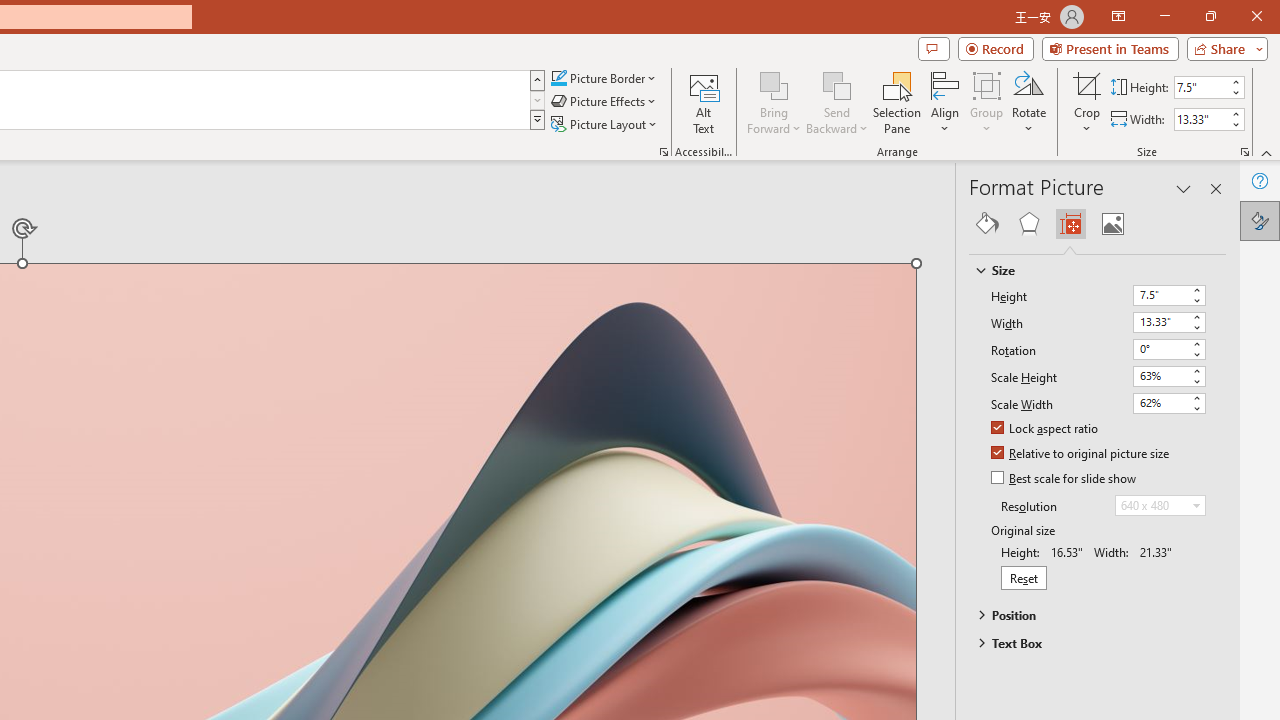  Describe the element at coordinates (1160, 376) in the screenshot. I see `'Scale Height'` at that location.